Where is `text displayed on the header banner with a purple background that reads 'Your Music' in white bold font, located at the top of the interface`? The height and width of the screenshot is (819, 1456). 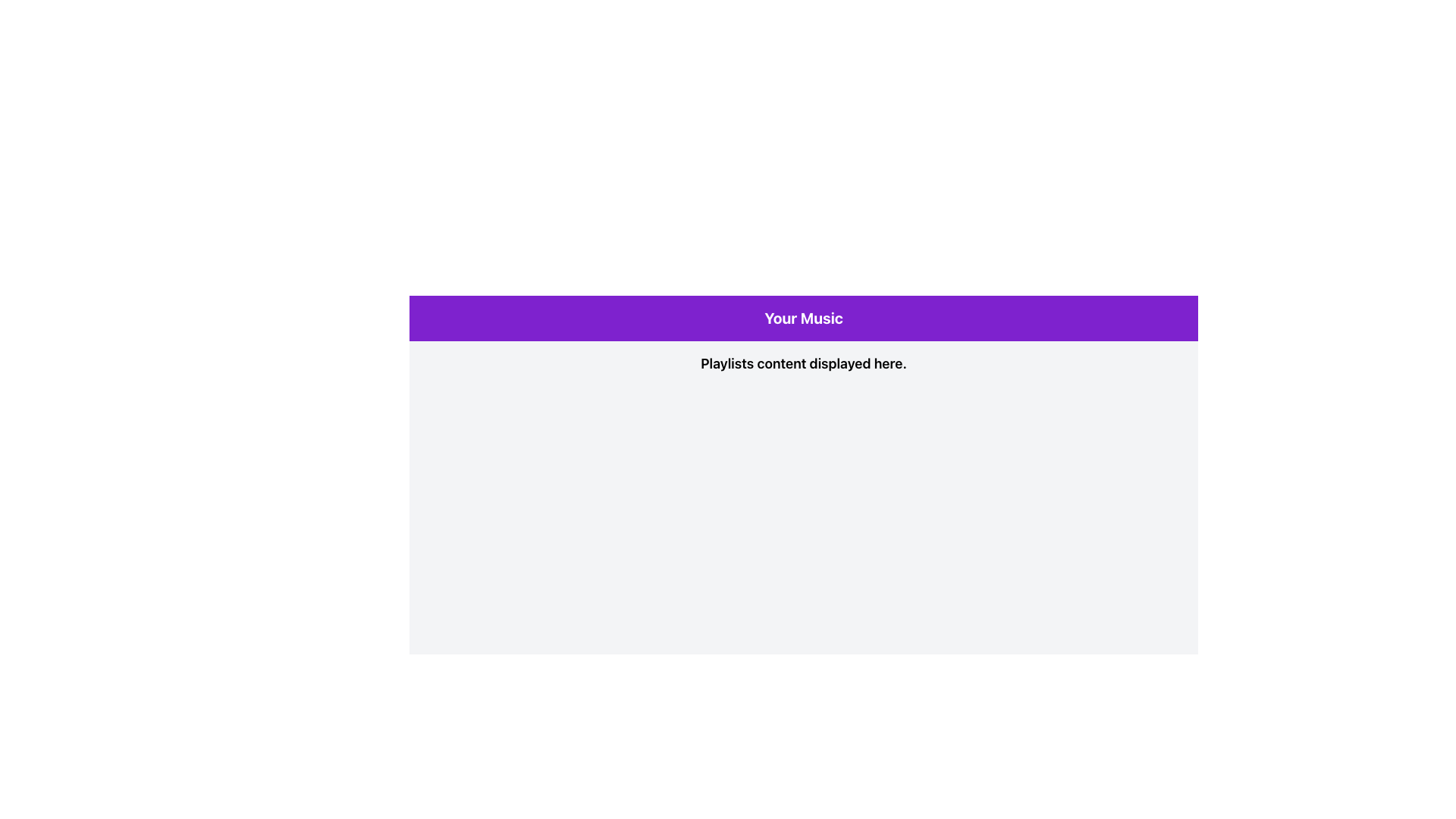
text displayed on the header banner with a purple background that reads 'Your Music' in white bold font, located at the top of the interface is located at coordinates (803, 318).